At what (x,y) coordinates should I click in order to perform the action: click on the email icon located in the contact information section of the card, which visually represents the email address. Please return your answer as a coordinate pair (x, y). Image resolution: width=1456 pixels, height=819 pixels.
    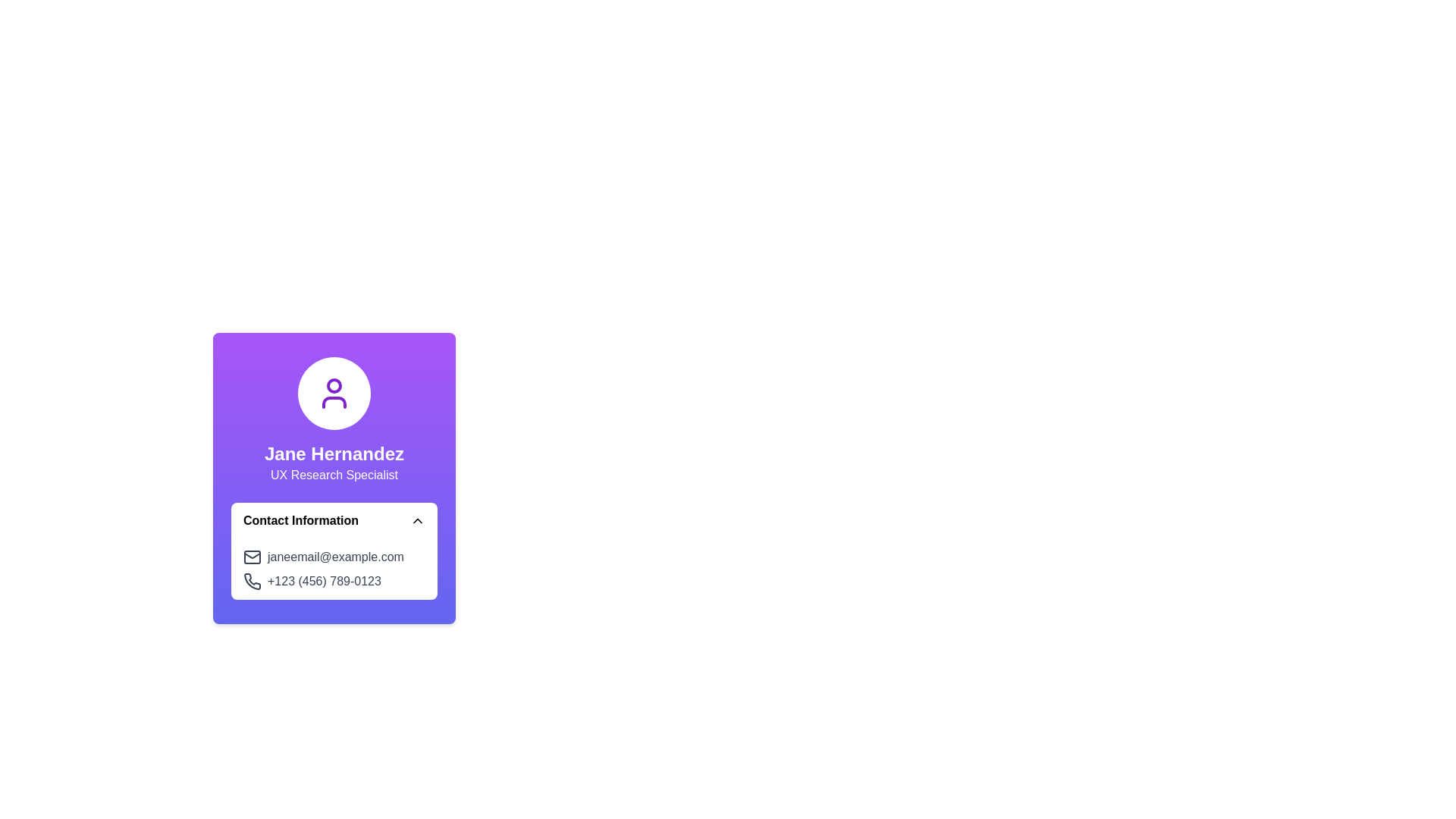
    Looking at the image, I should click on (252, 557).